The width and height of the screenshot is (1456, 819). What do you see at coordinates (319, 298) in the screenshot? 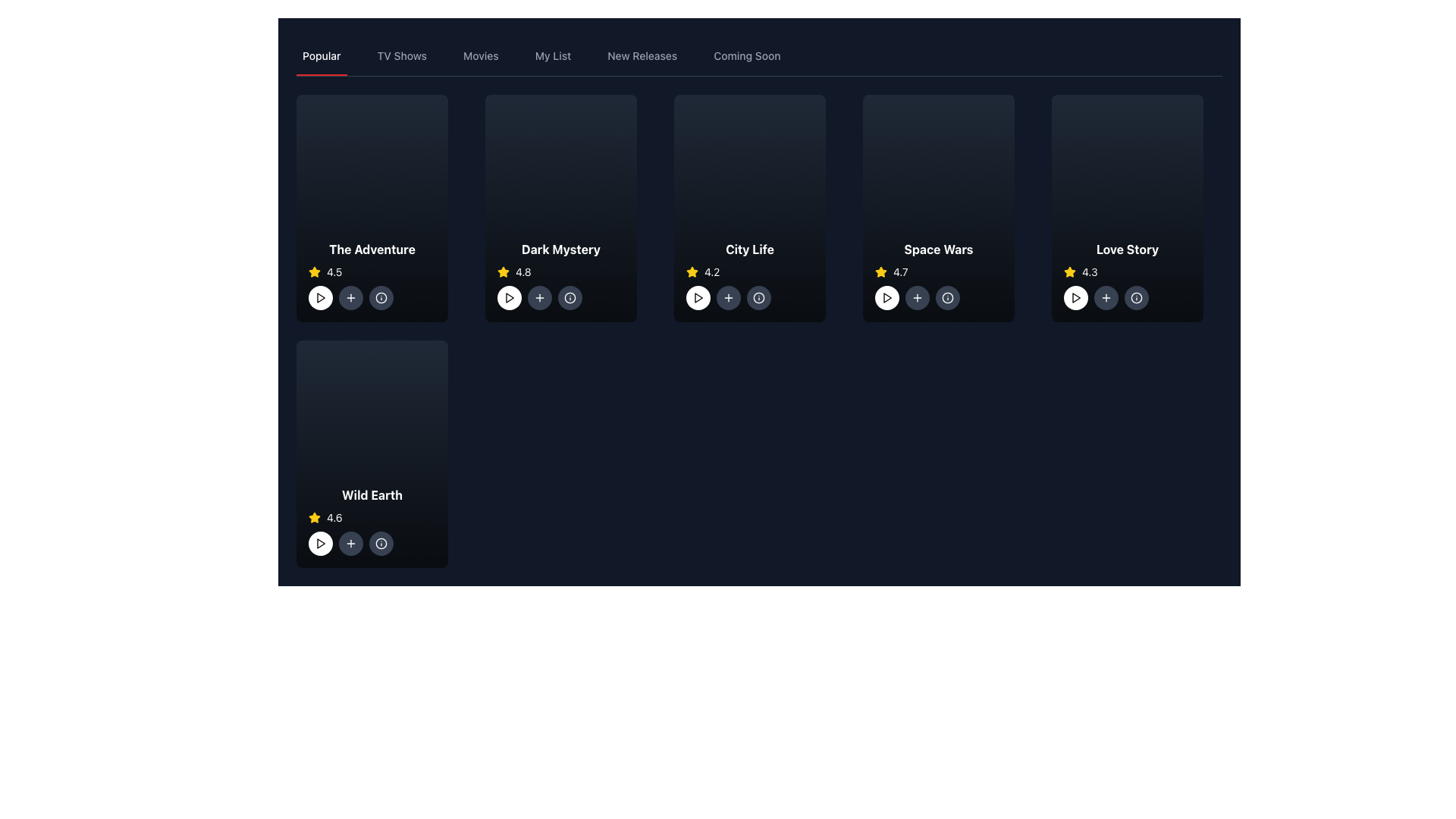
I see `the play icon located in the bottom-left area of 'The Adventure' card in the 'Popular' section` at bounding box center [319, 298].